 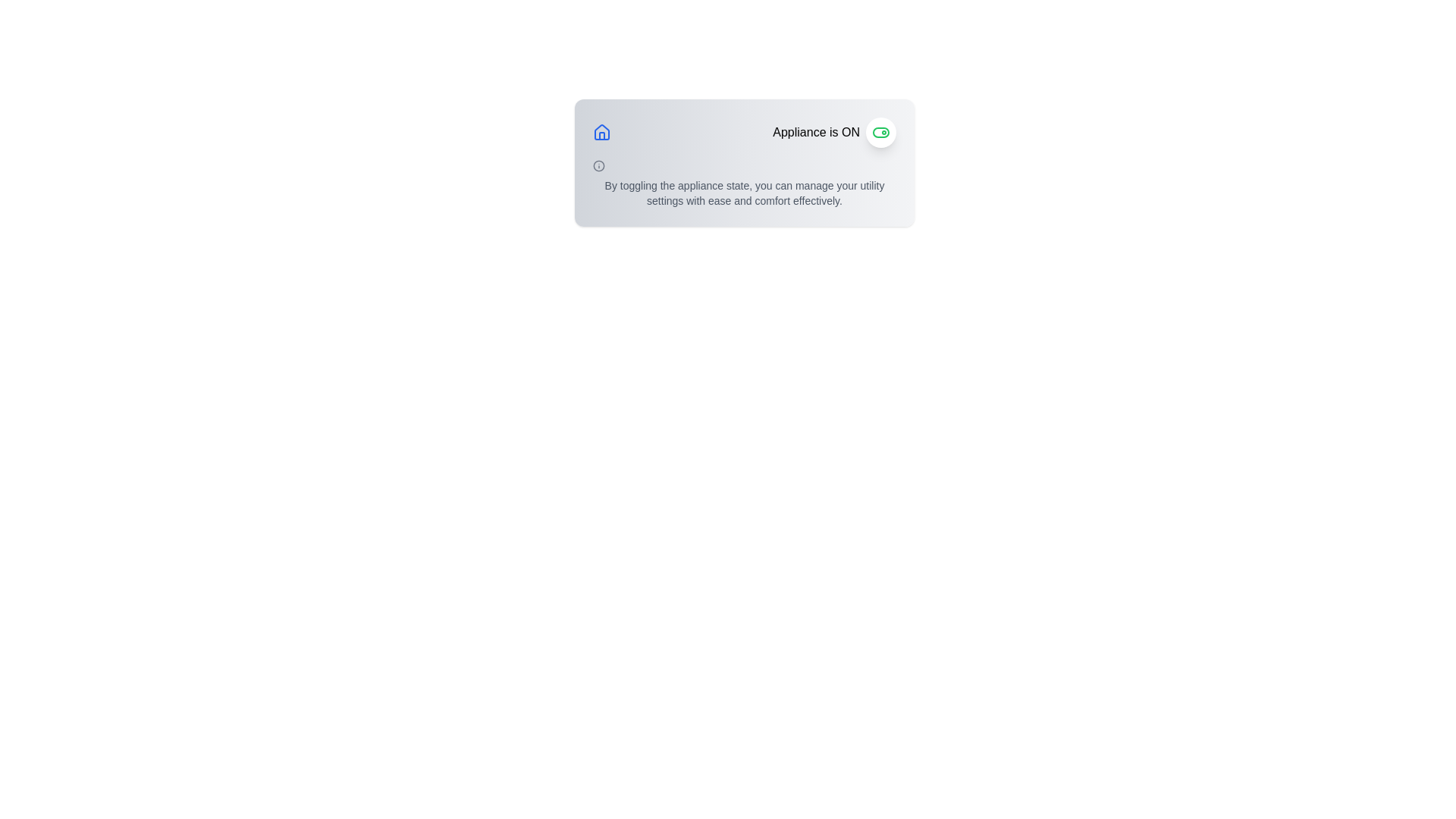 What do you see at coordinates (880, 131) in the screenshot?
I see `the visual state of the green rectangular decorative background of the toggle switch, which is part of the toggle switch interface` at bounding box center [880, 131].